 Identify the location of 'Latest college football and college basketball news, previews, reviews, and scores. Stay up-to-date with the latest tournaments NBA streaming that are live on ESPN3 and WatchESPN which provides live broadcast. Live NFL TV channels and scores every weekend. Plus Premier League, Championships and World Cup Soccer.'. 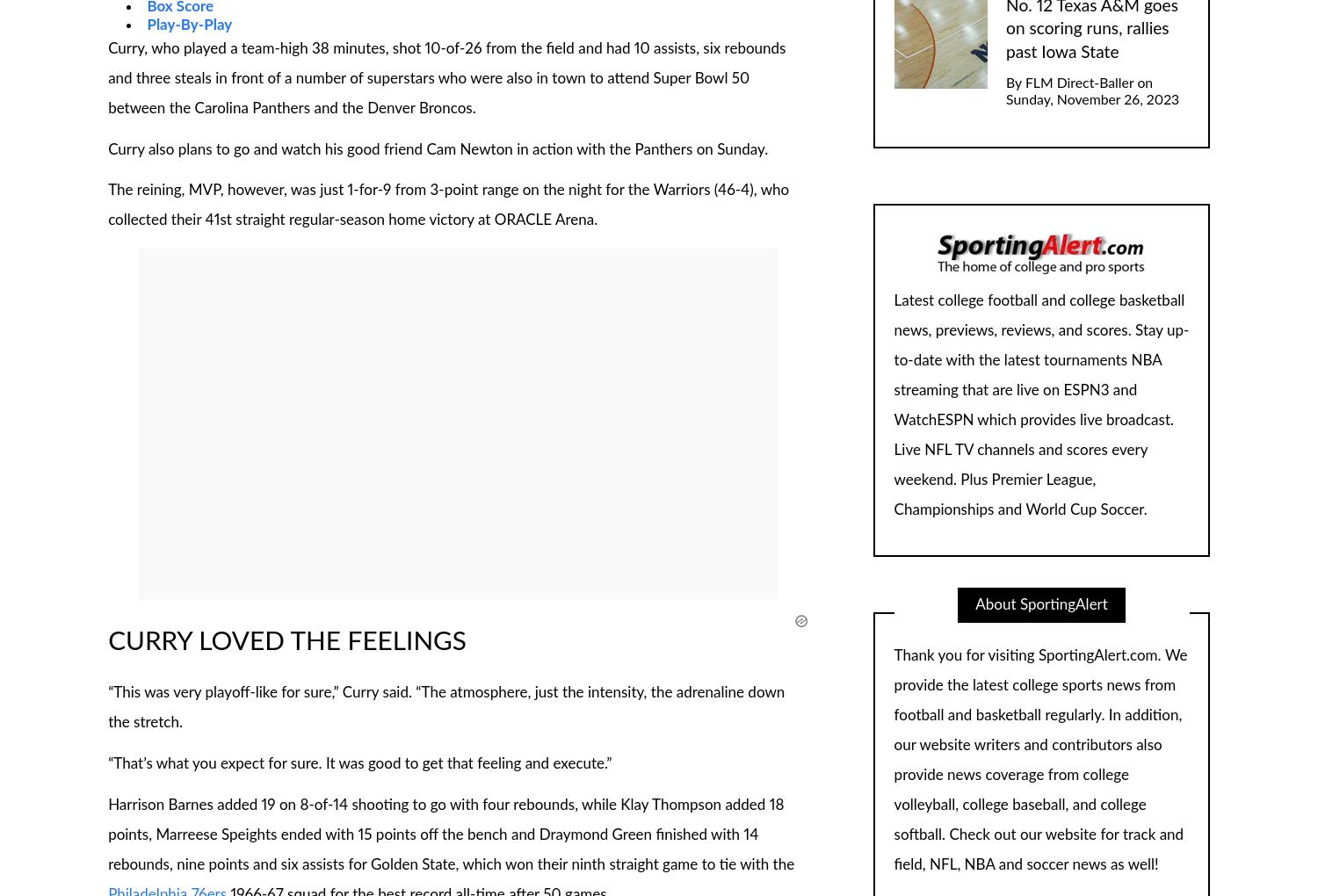
(894, 403).